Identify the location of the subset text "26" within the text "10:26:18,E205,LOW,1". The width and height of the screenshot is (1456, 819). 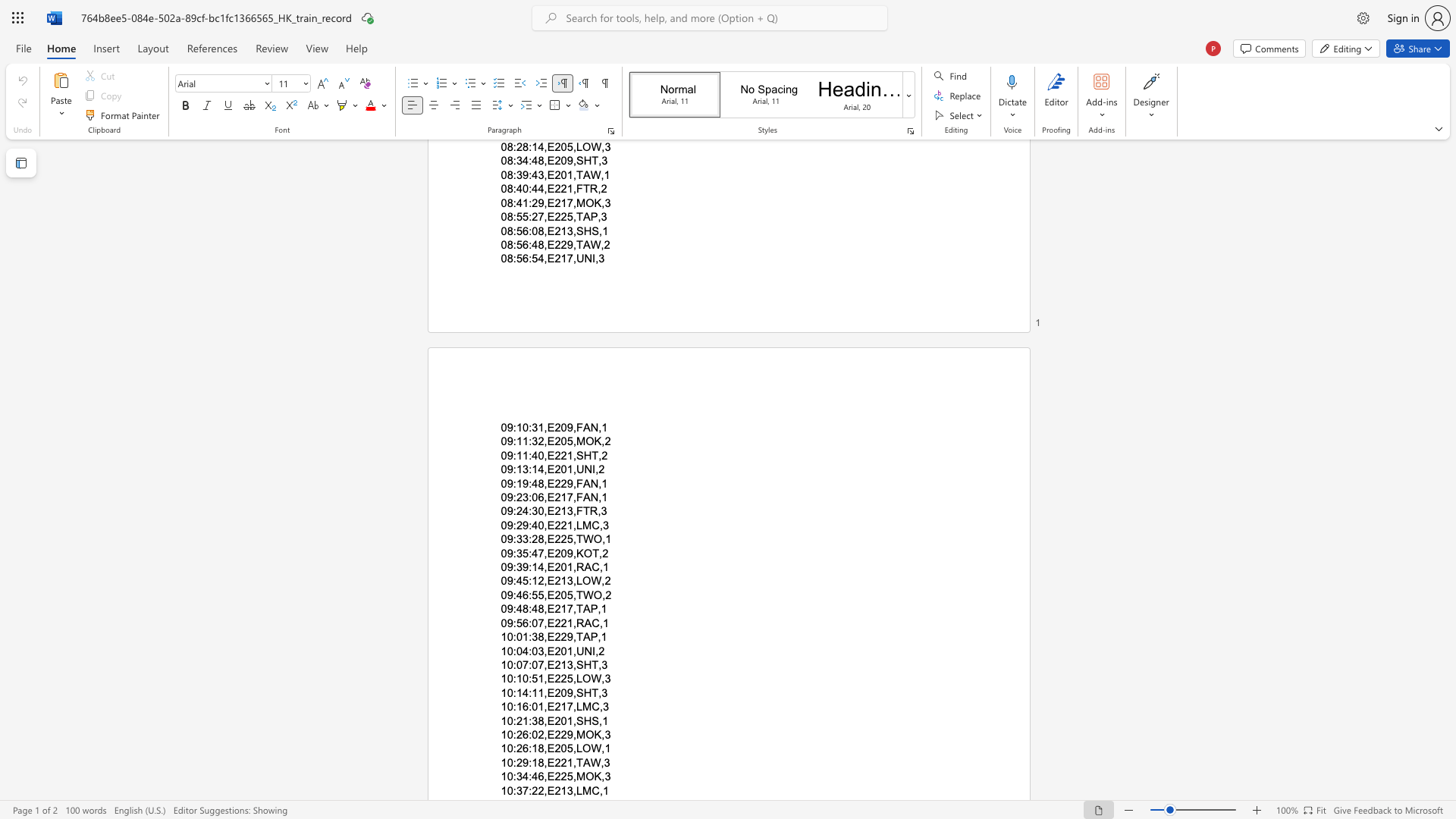
(516, 748).